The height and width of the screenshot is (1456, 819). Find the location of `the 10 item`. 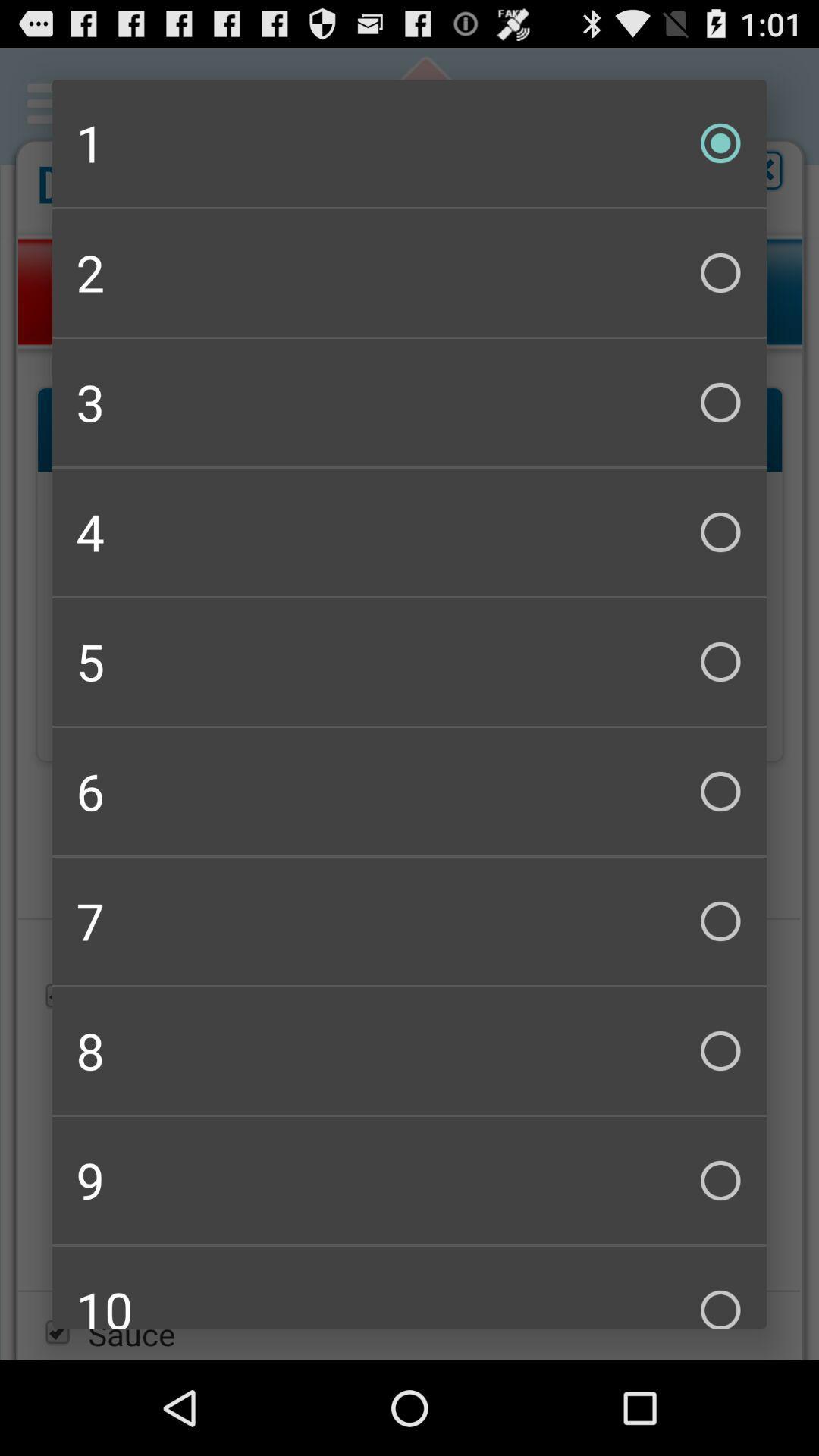

the 10 item is located at coordinates (409, 1287).